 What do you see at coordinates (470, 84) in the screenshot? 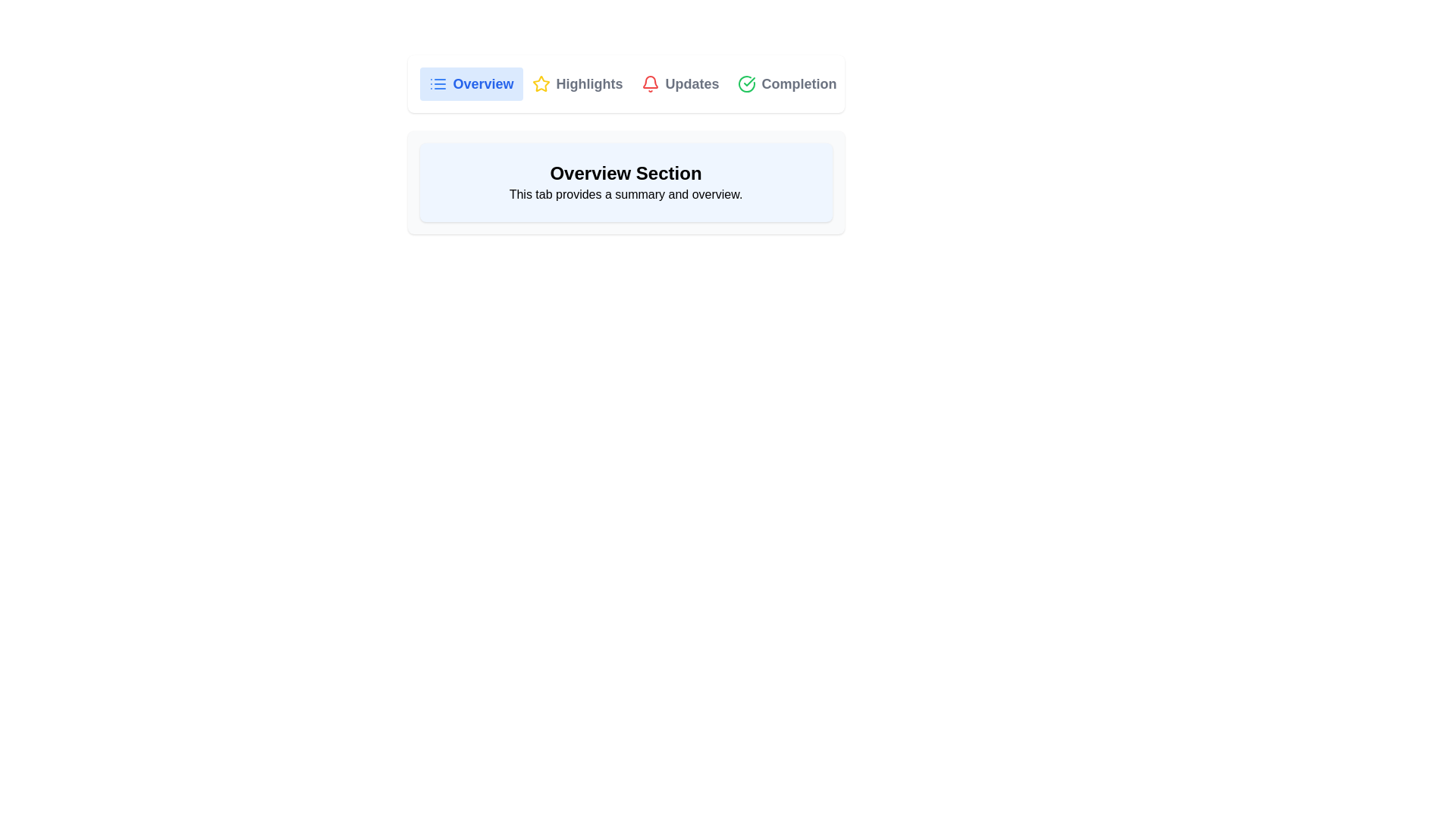
I see `the 'Overview' tab button` at bounding box center [470, 84].